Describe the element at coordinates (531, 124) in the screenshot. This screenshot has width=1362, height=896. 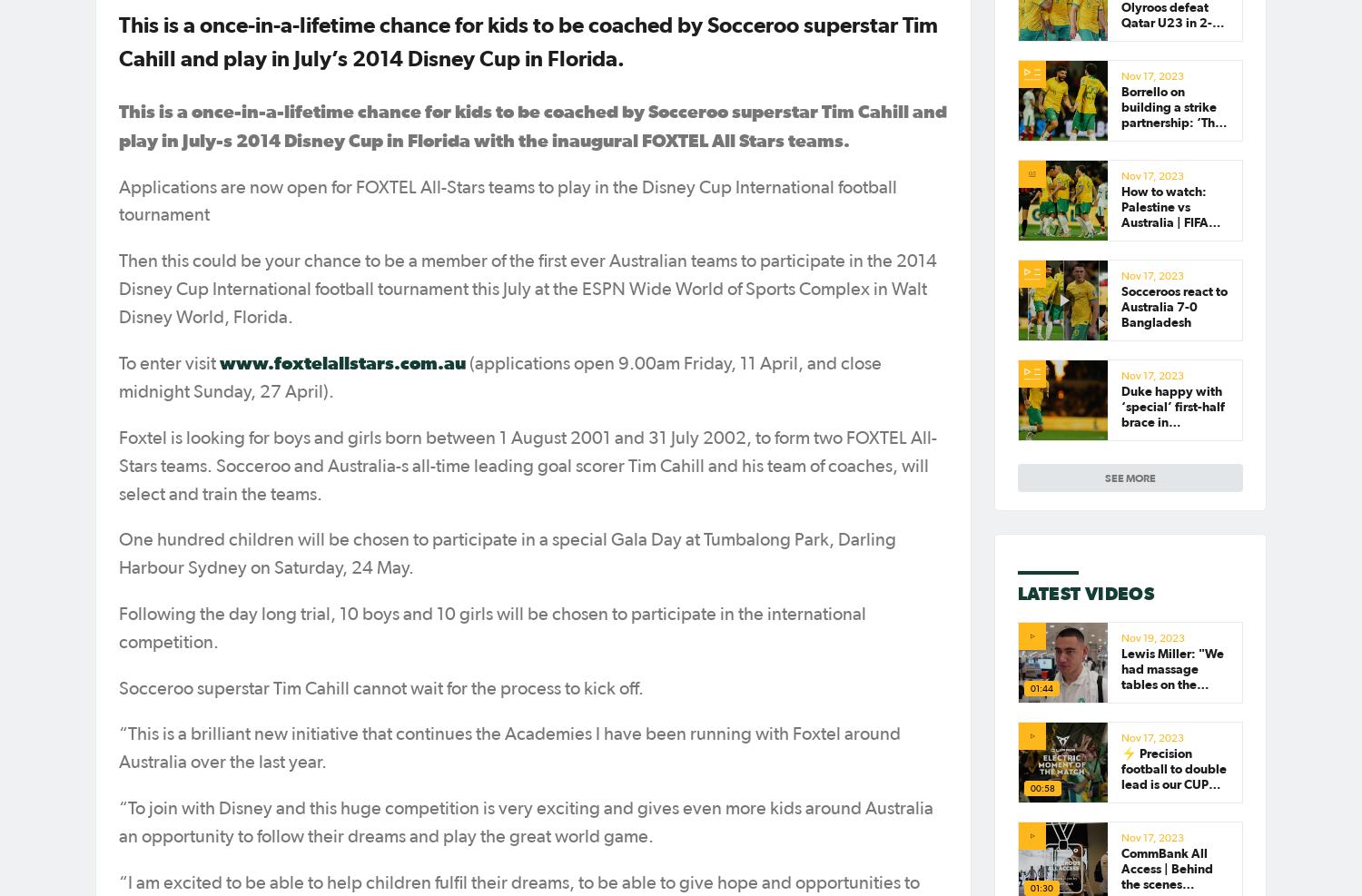
I see `'This is a once-in-a-lifetime chance for kids to be coached by Socceroo superstar Tim Cahill and play in July-s 2014 Disney Cup in Florida with the inaugural FOXTEL All Stars teams.'` at that location.